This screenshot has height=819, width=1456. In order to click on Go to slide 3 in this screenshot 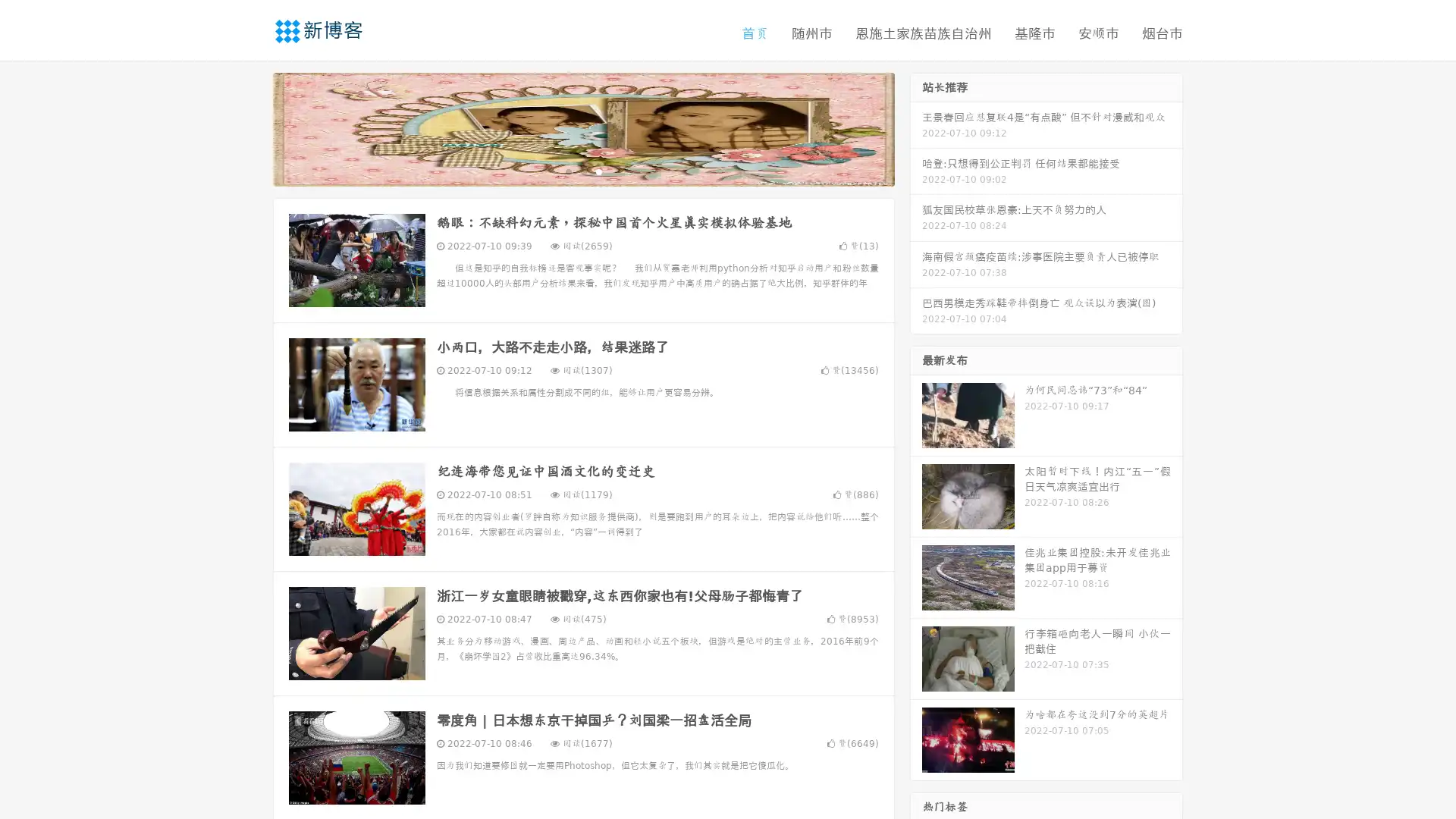, I will do `click(598, 171)`.